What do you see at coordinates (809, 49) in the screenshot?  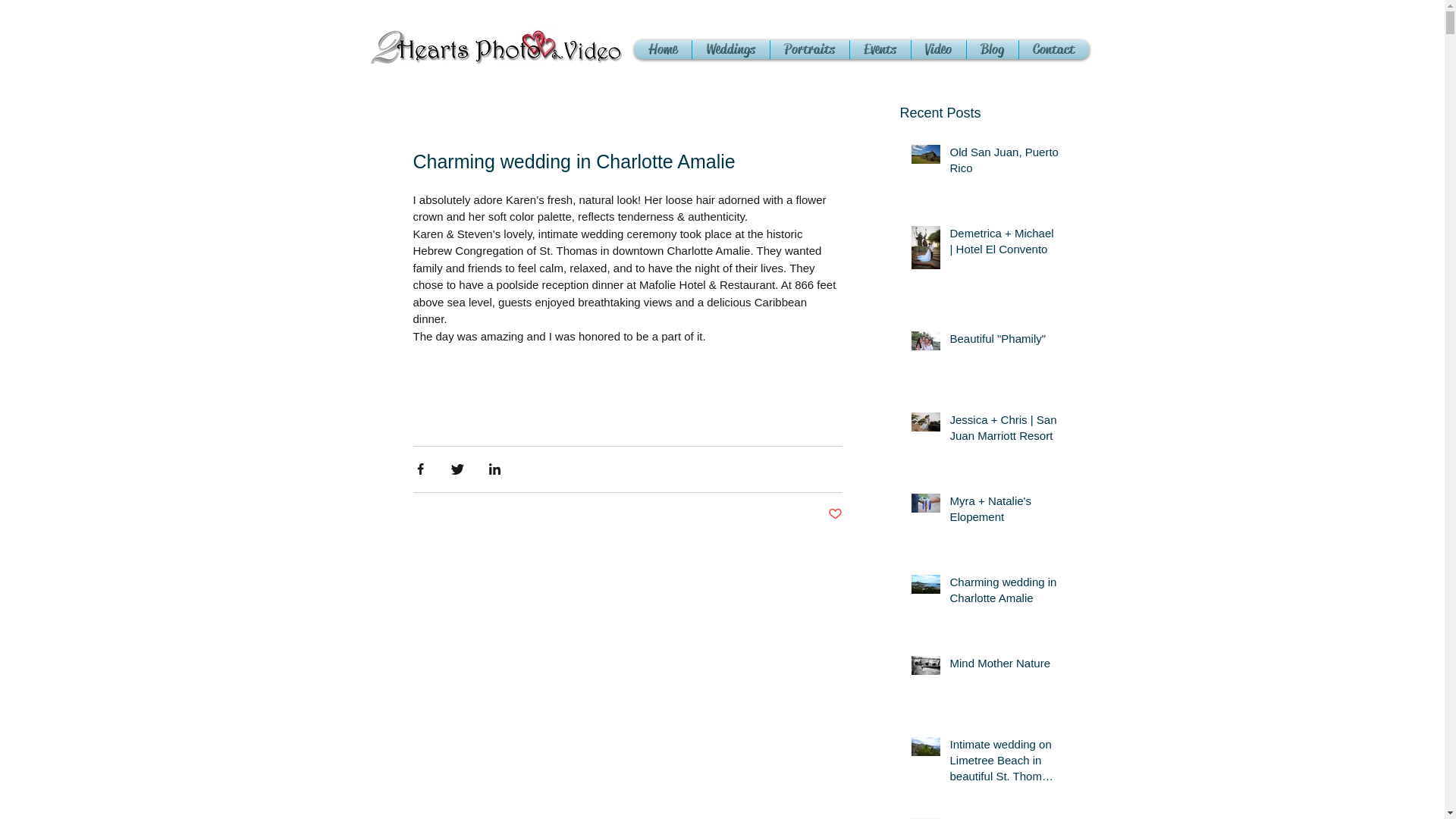 I see `'Portraits'` at bounding box center [809, 49].